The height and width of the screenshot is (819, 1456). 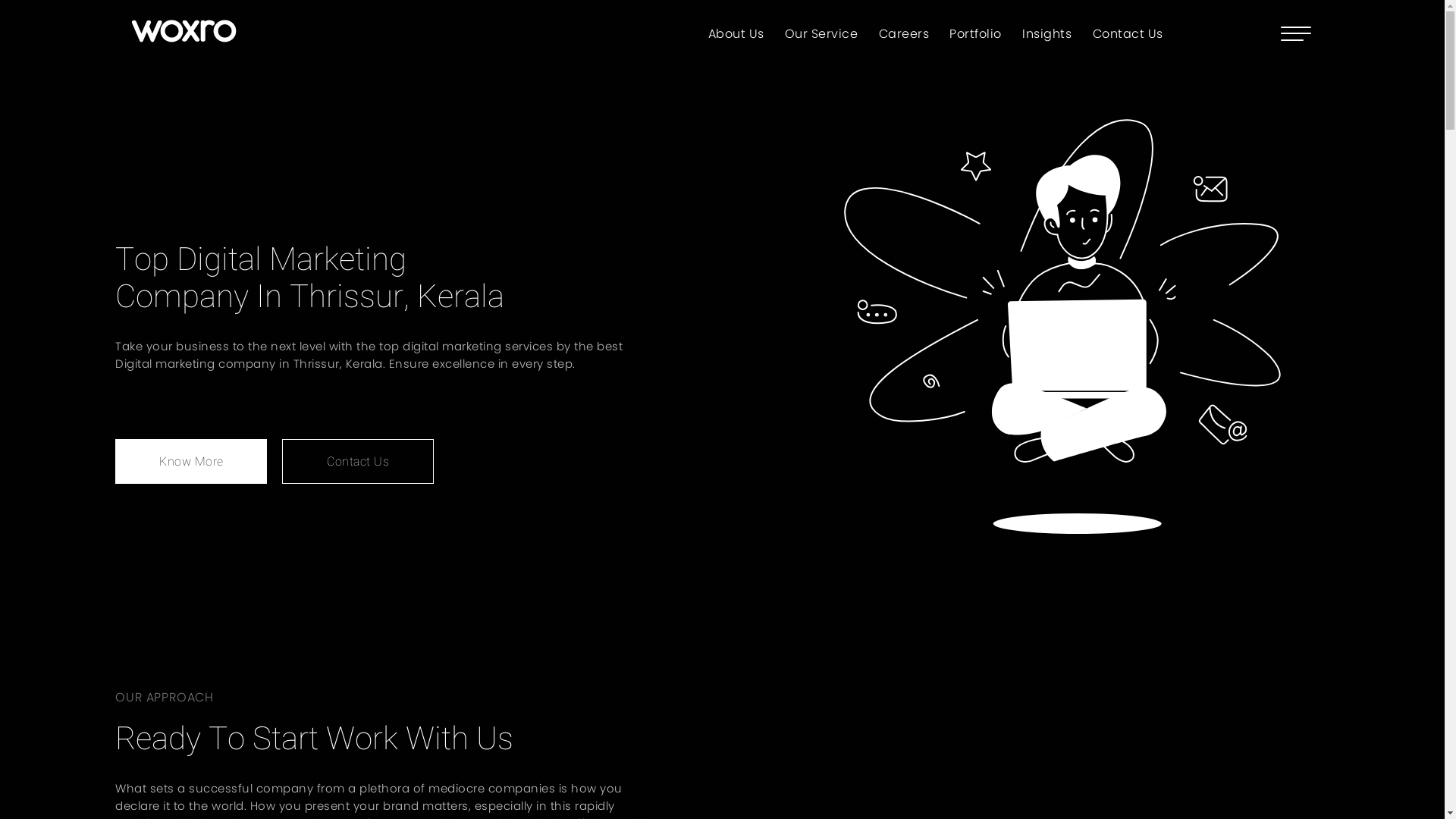 What do you see at coordinates (975, 33) in the screenshot?
I see `'Portfolio'` at bounding box center [975, 33].